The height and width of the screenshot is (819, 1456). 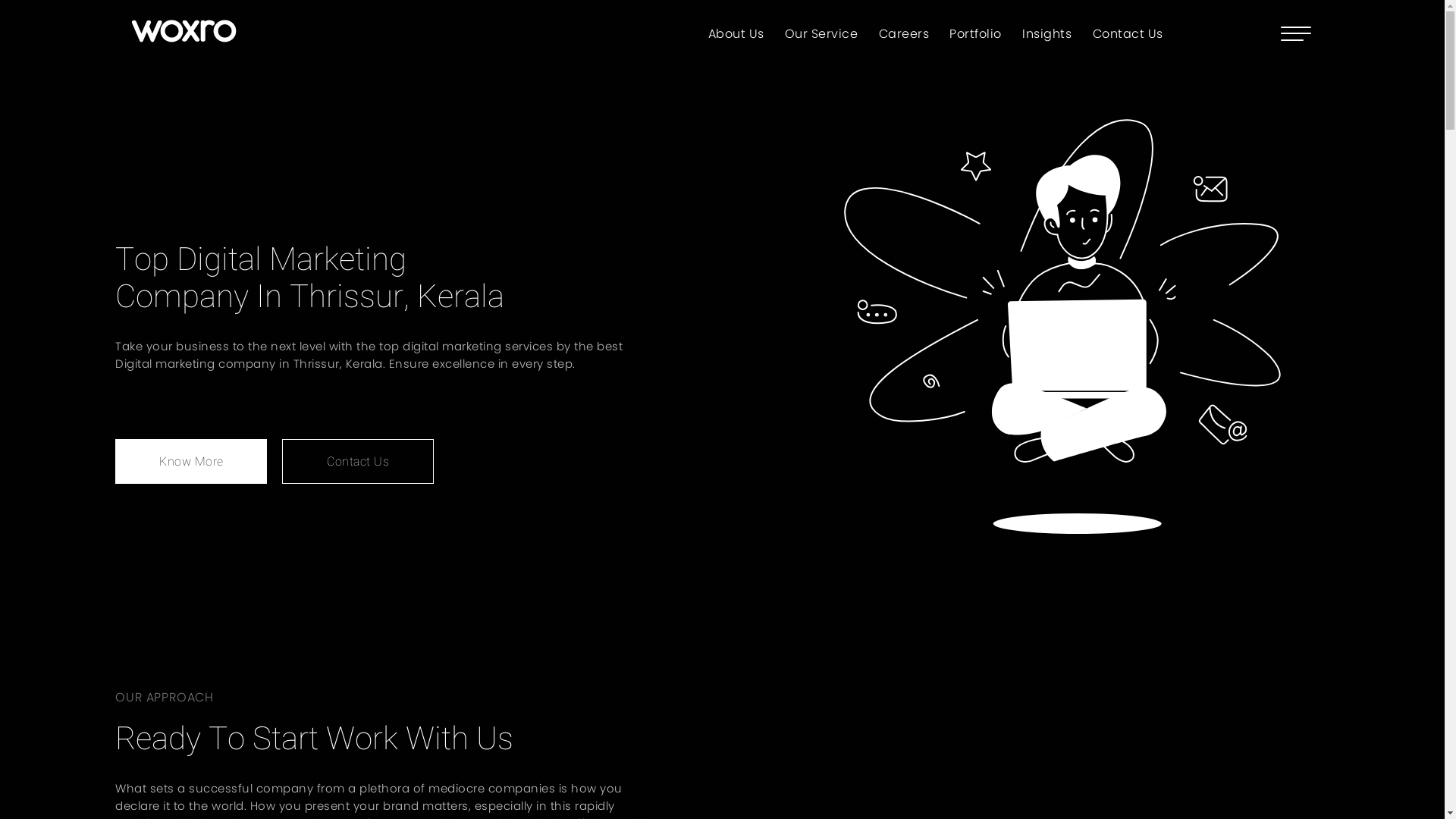 What do you see at coordinates (975, 33) in the screenshot?
I see `'Portfolio'` at bounding box center [975, 33].